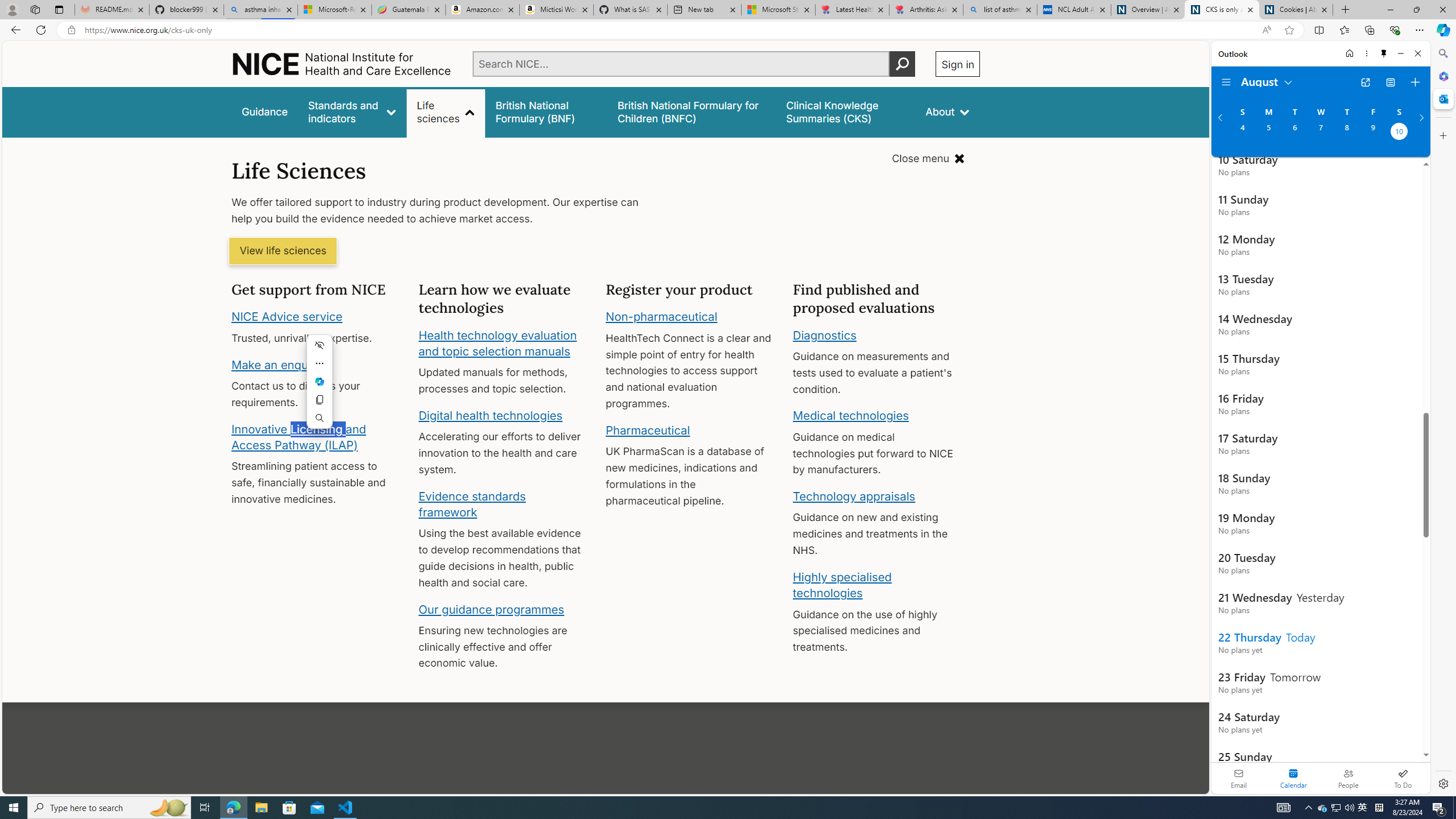 This screenshot has width=1456, height=819. I want to click on 'Mini menu on text selection', so click(318, 381).